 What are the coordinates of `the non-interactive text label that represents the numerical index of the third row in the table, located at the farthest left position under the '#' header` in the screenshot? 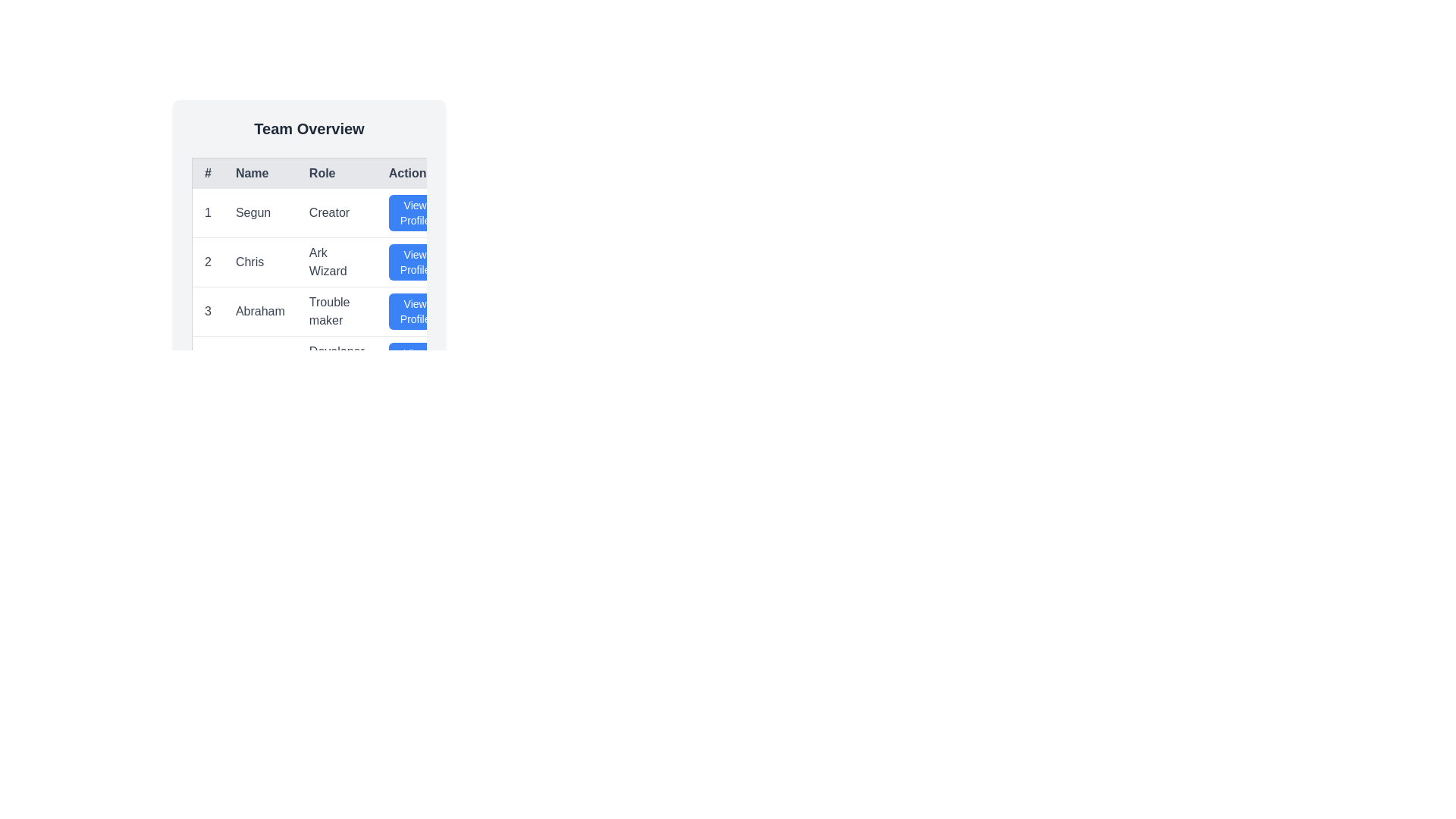 It's located at (207, 311).